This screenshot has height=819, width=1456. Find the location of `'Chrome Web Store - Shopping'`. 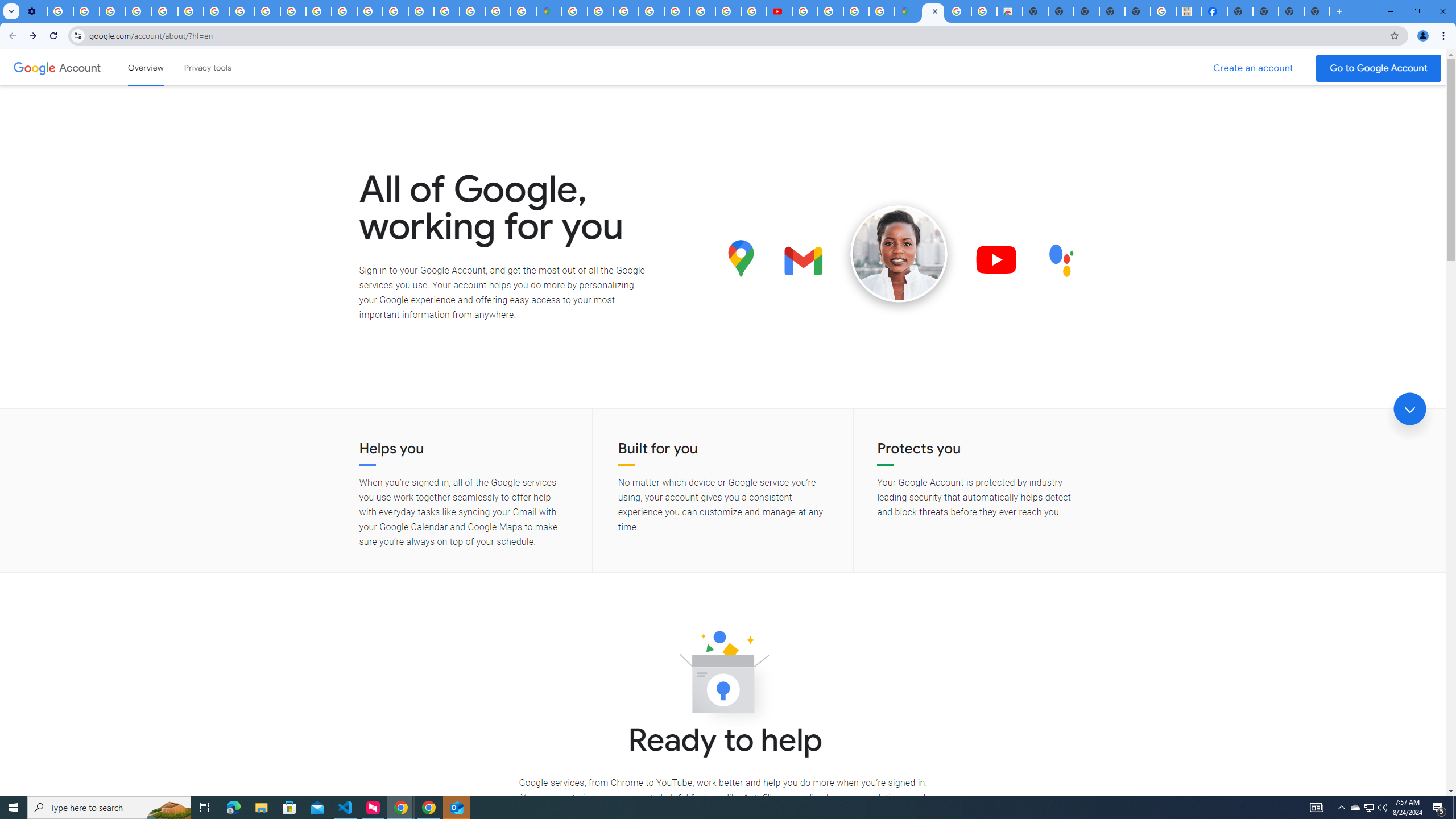

'Chrome Web Store - Shopping' is located at coordinates (1009, 11).